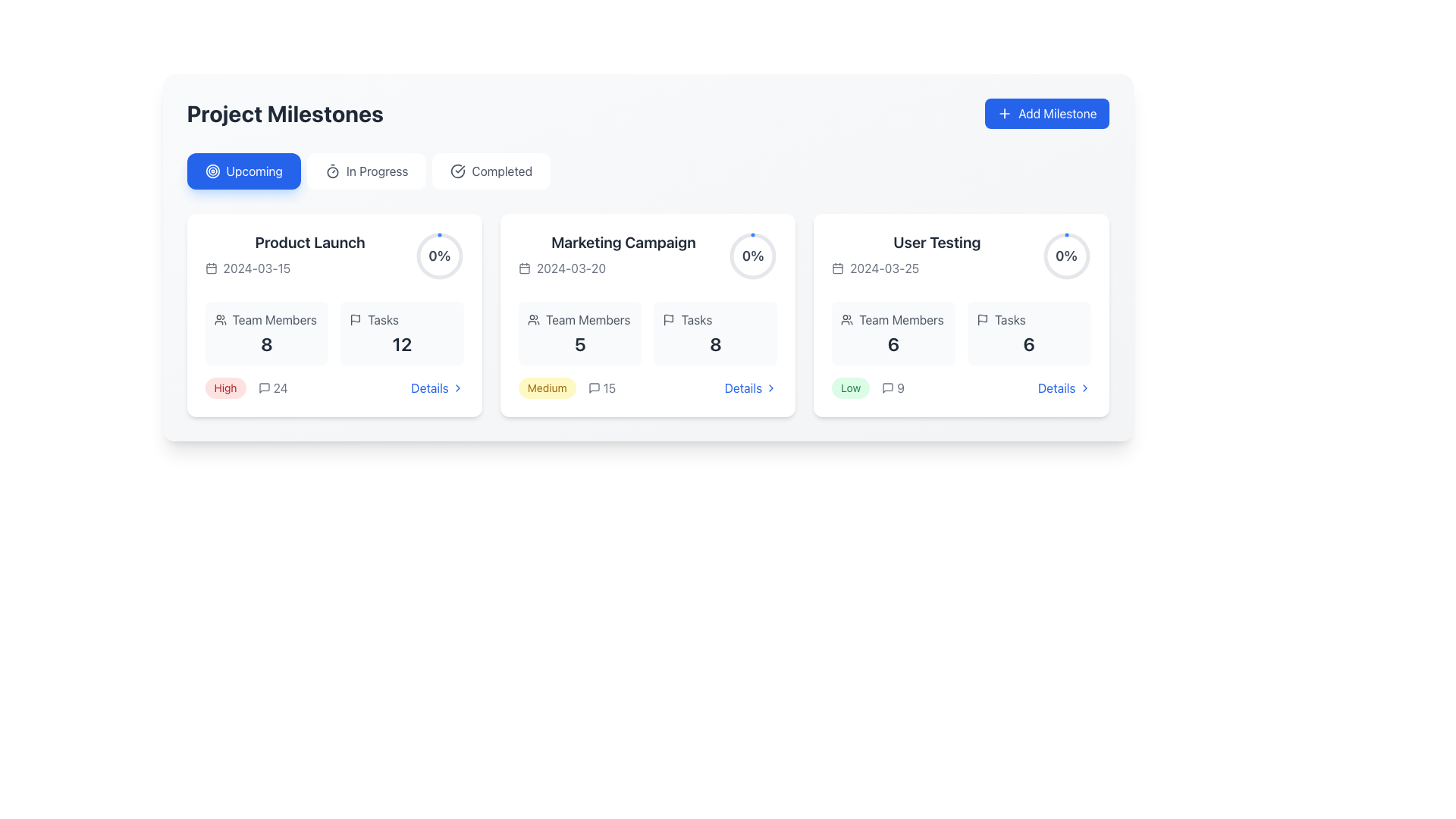  Describe the element at coordinates (355, 318) in the screenshot. I see `the flag icon located to the left of the text 'Tasks', which features a modern minimalist design with a thin stroke and rounded corners` at that location.